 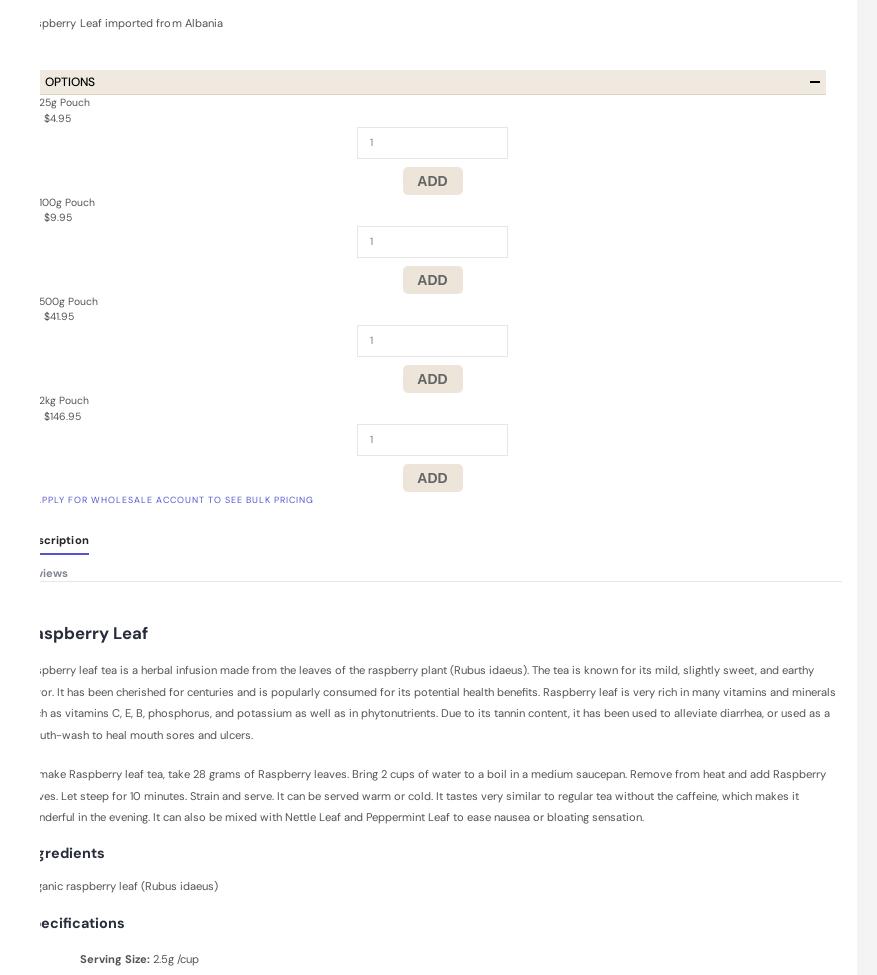 What do you see at coordinates (174, 957) in the screenshot?
I see `'2.5g /cup'` at bounding box center [174, 957].